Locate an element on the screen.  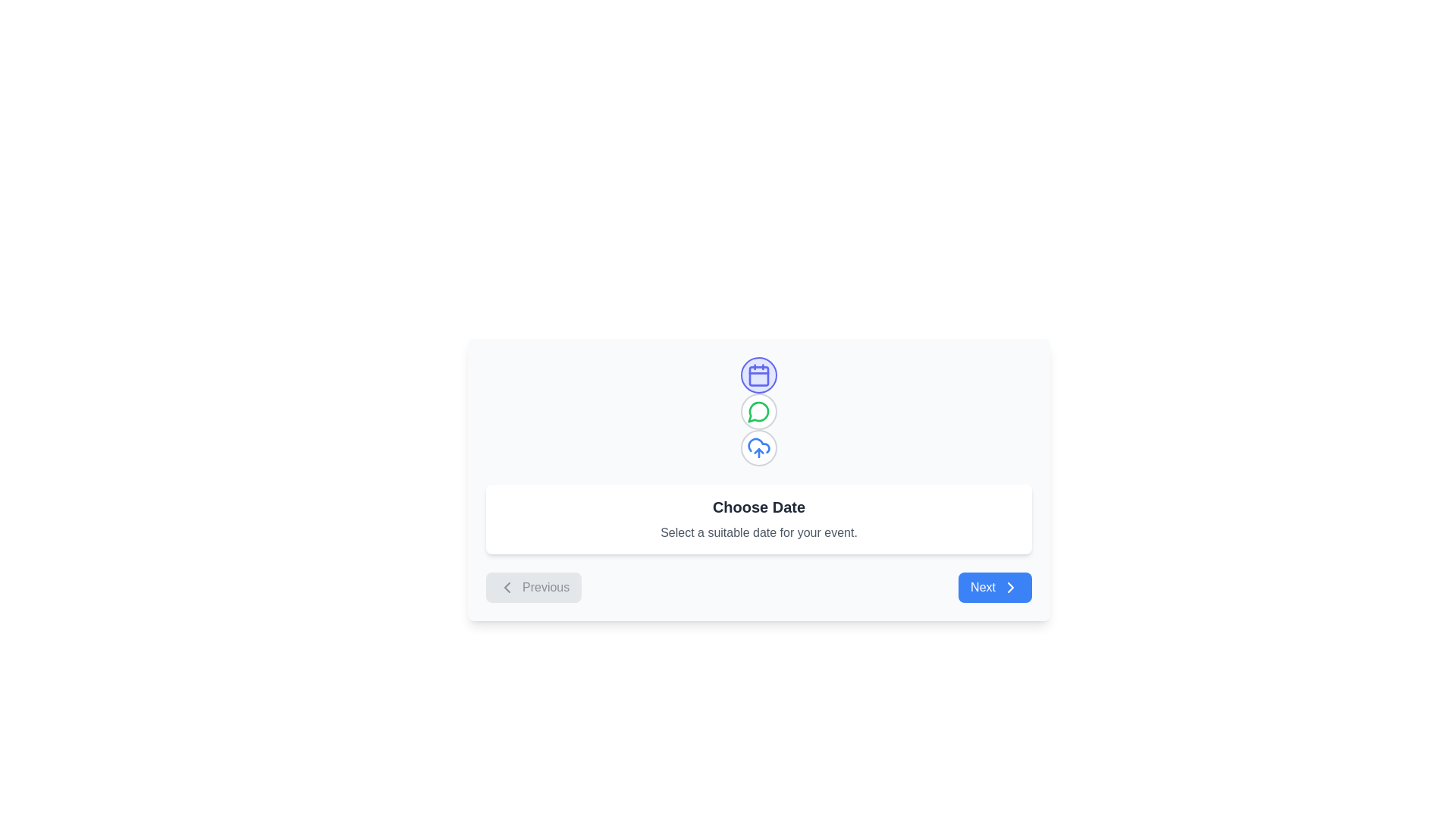
the messaging or communication icon, which is centrally located within a white, rounded, bordered circle is located at coordinates (759, 412).